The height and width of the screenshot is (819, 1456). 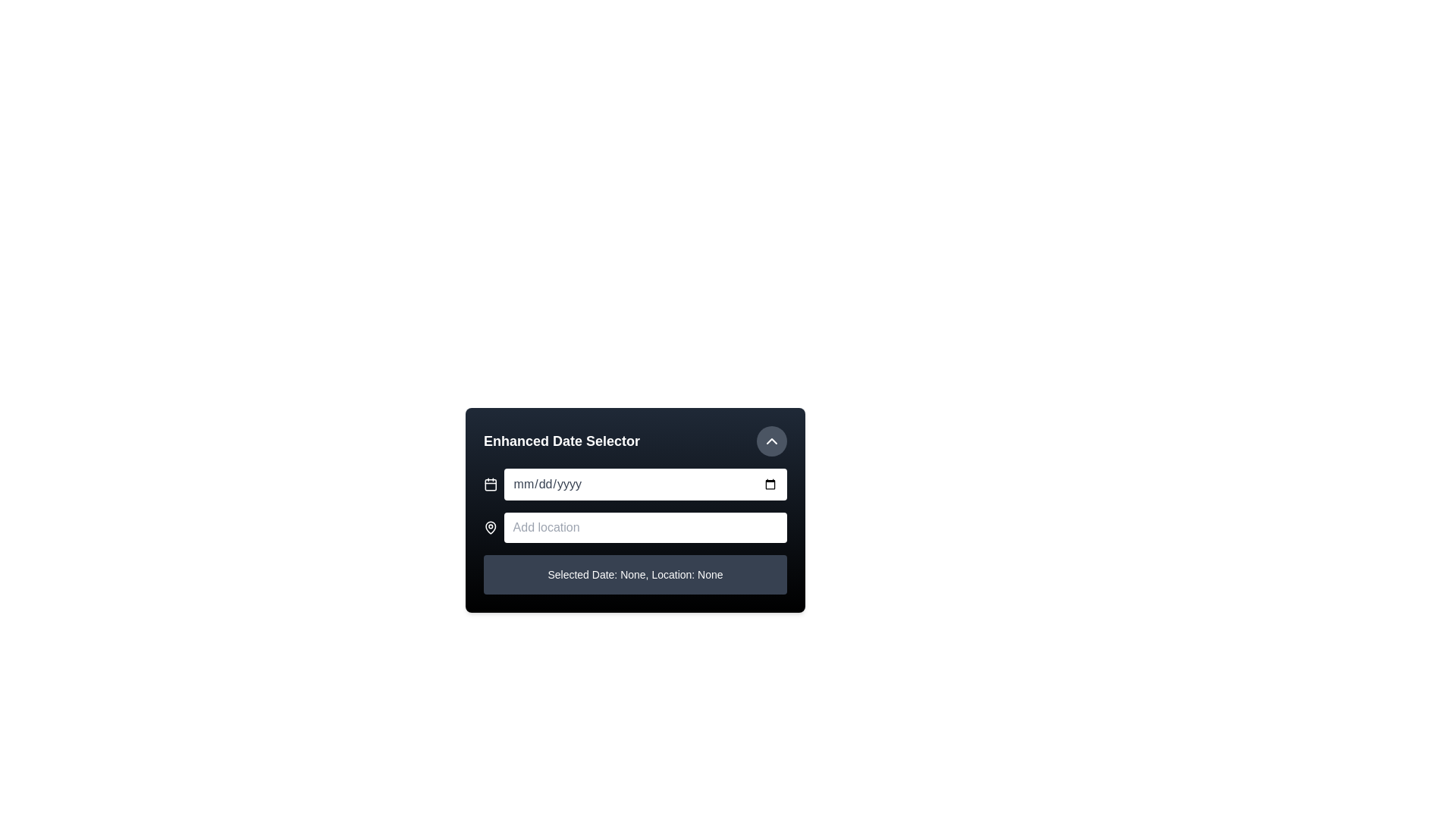 I want to click on the collapse icon located in the top-right corner of the 'Enhanced Date Selector' card, so click(x=771, y=441).